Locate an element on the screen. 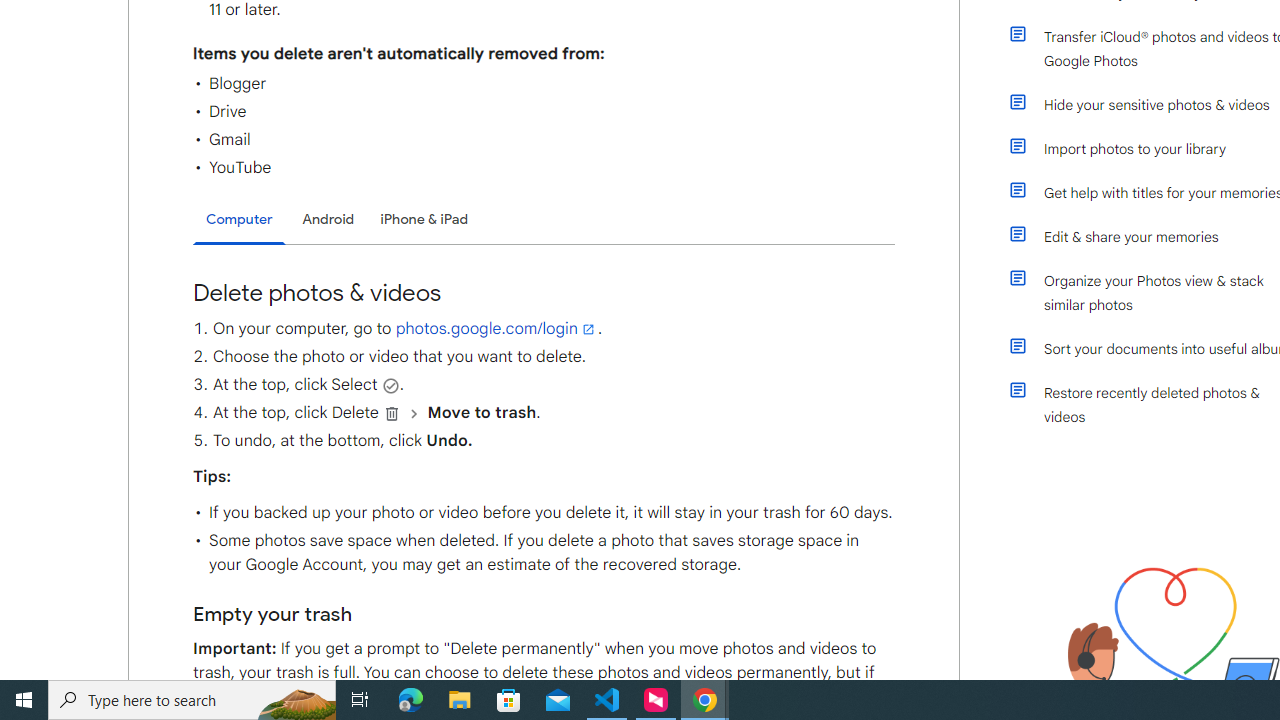 The height and width of the screenshot is (720, 1280). 'Computer' is located at coordinates (239, 220).